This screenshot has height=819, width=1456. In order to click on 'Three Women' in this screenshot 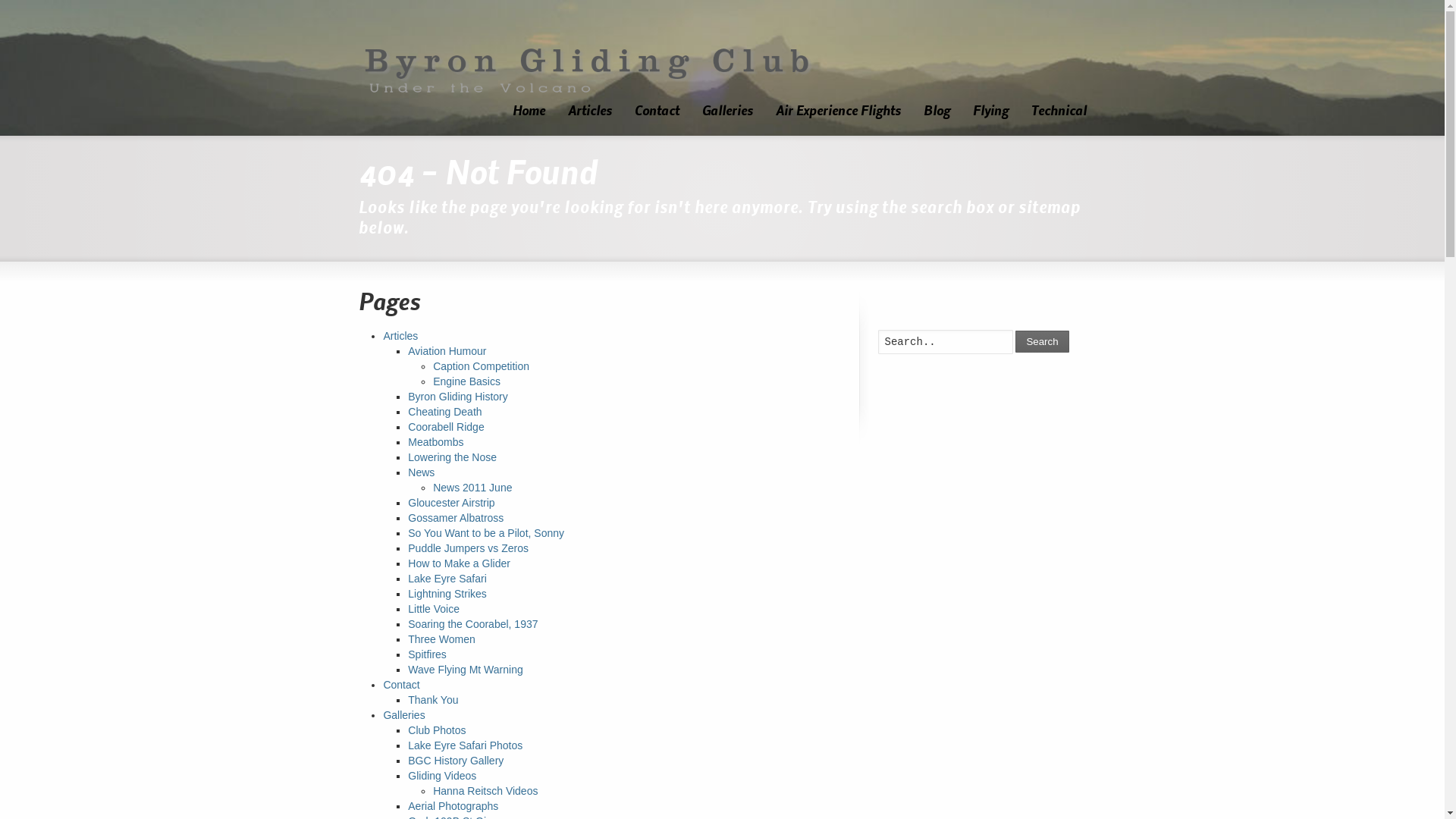, I will do `click(440, 639)`.